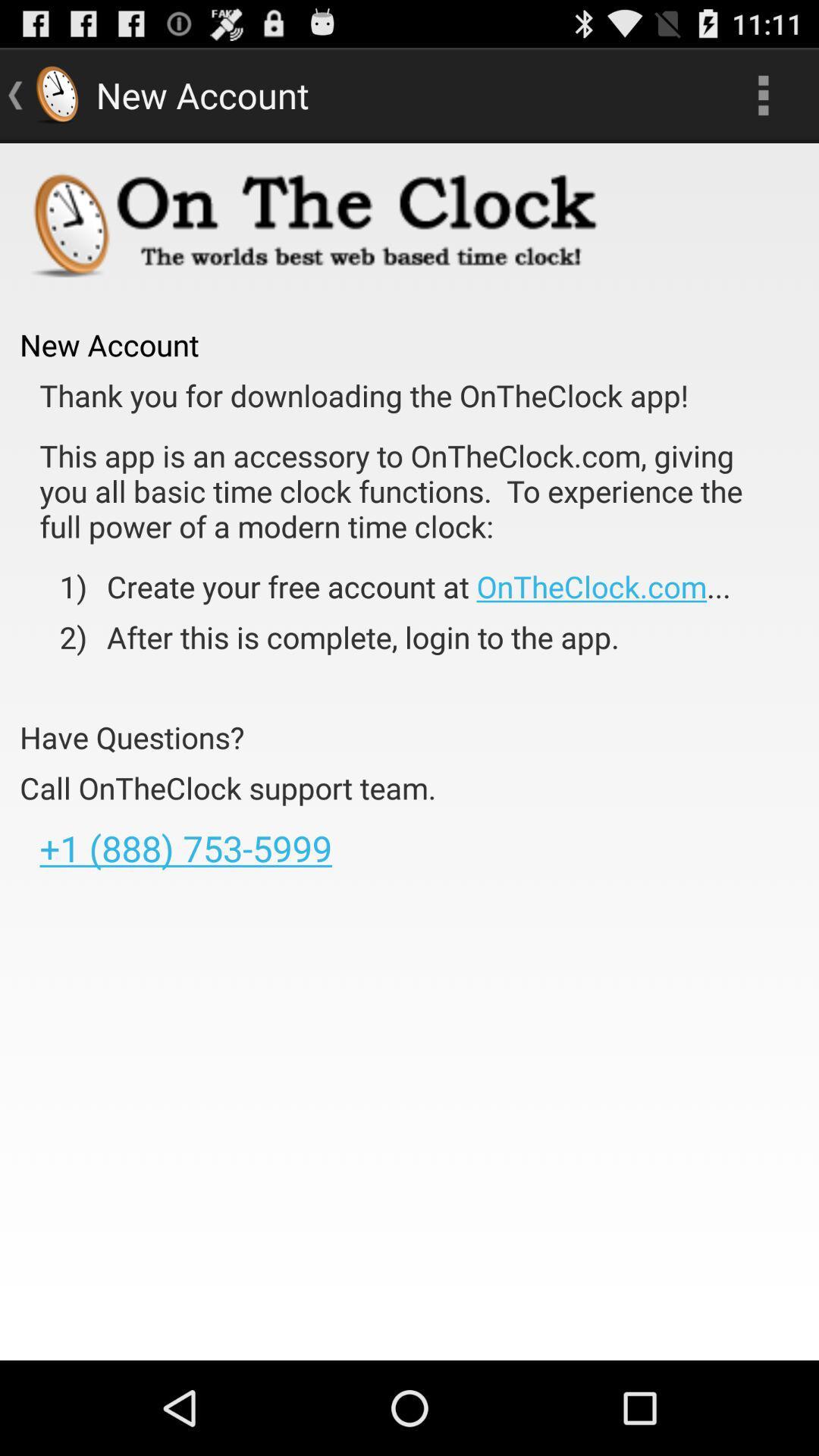 The image size is (819, 1456). Describe the element at coordinates (408, 585) in the screenshot. I see `create your free item` at that location.